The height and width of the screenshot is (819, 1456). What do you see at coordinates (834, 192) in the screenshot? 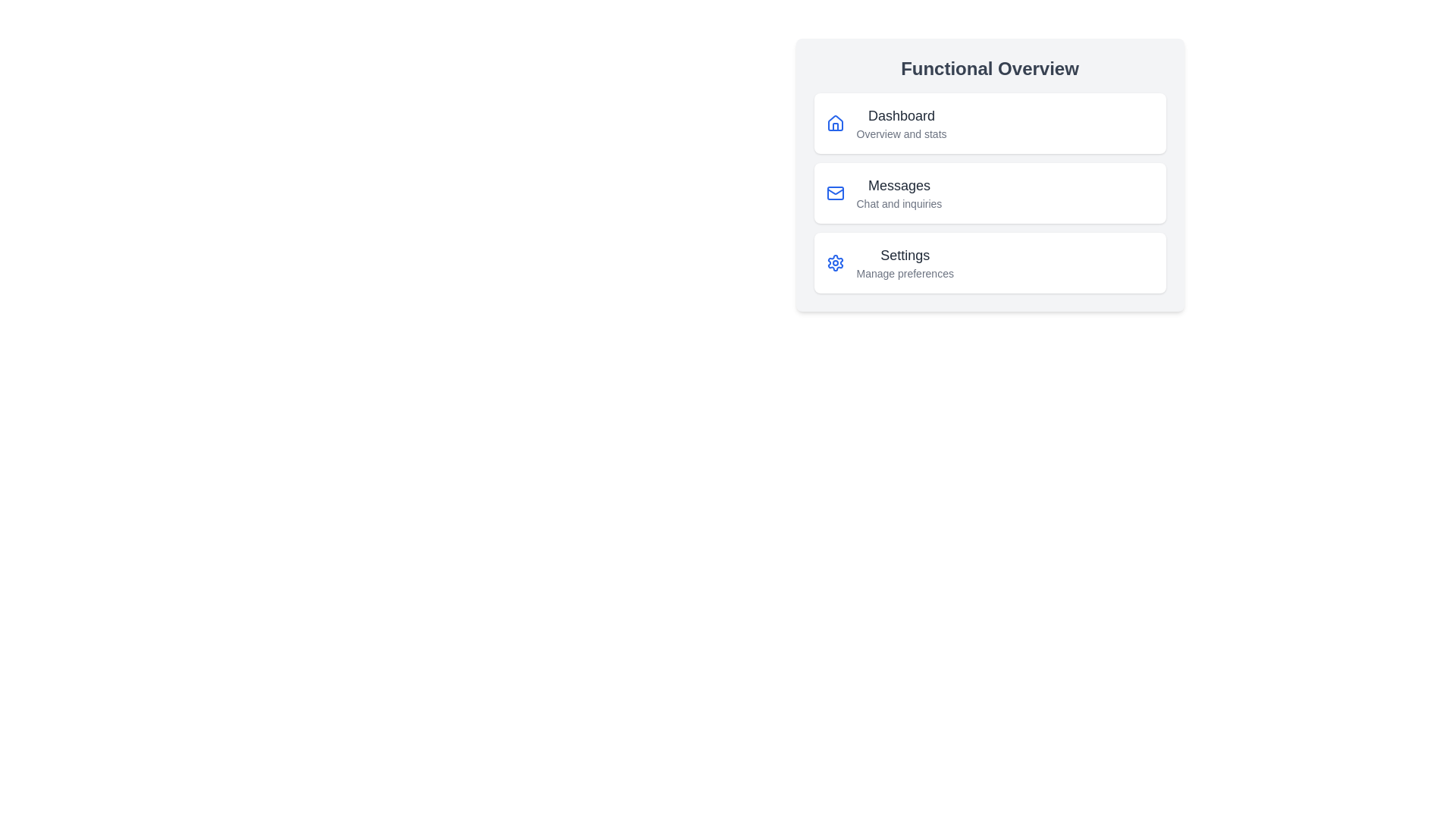
I see `the outer rectangle of the envelope icon representing the 'Messages' section in the functional overview menu` at bounding box center [834, 192].